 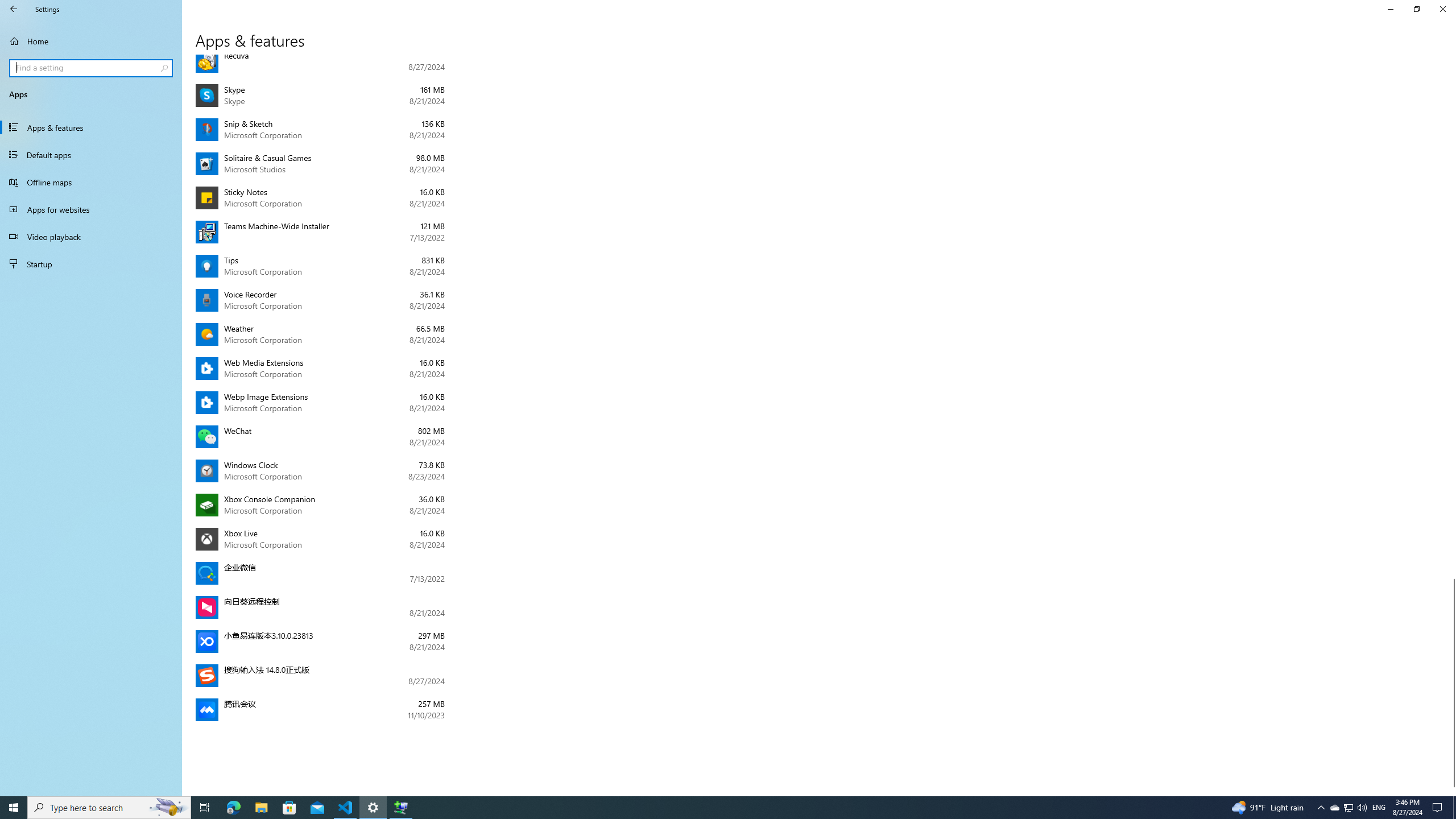 I want to click on 'Default apps', so click(x=90, y=154).